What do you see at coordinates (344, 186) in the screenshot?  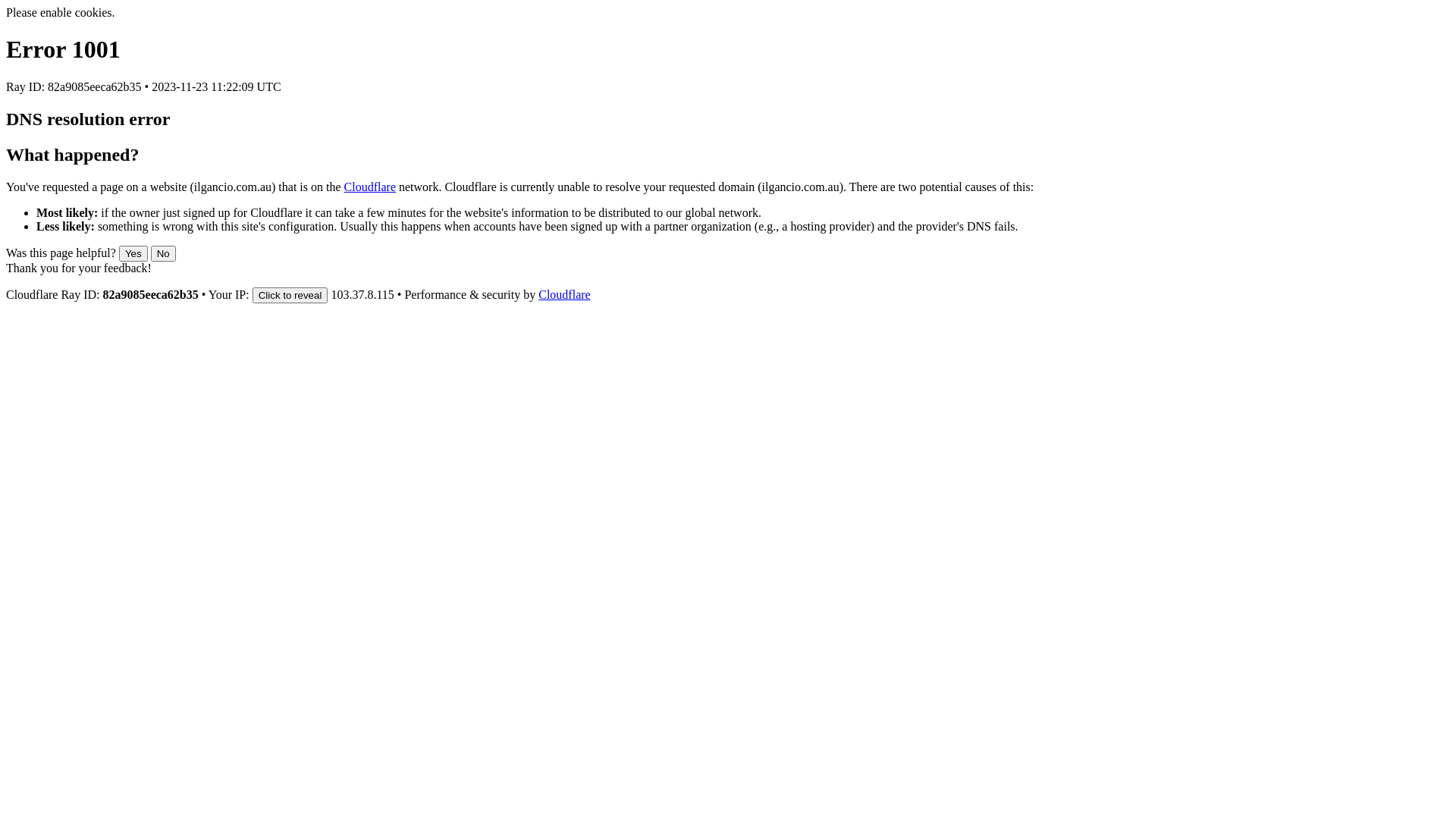 I see `'Cloudflare'` at bounding box center [344, 186].